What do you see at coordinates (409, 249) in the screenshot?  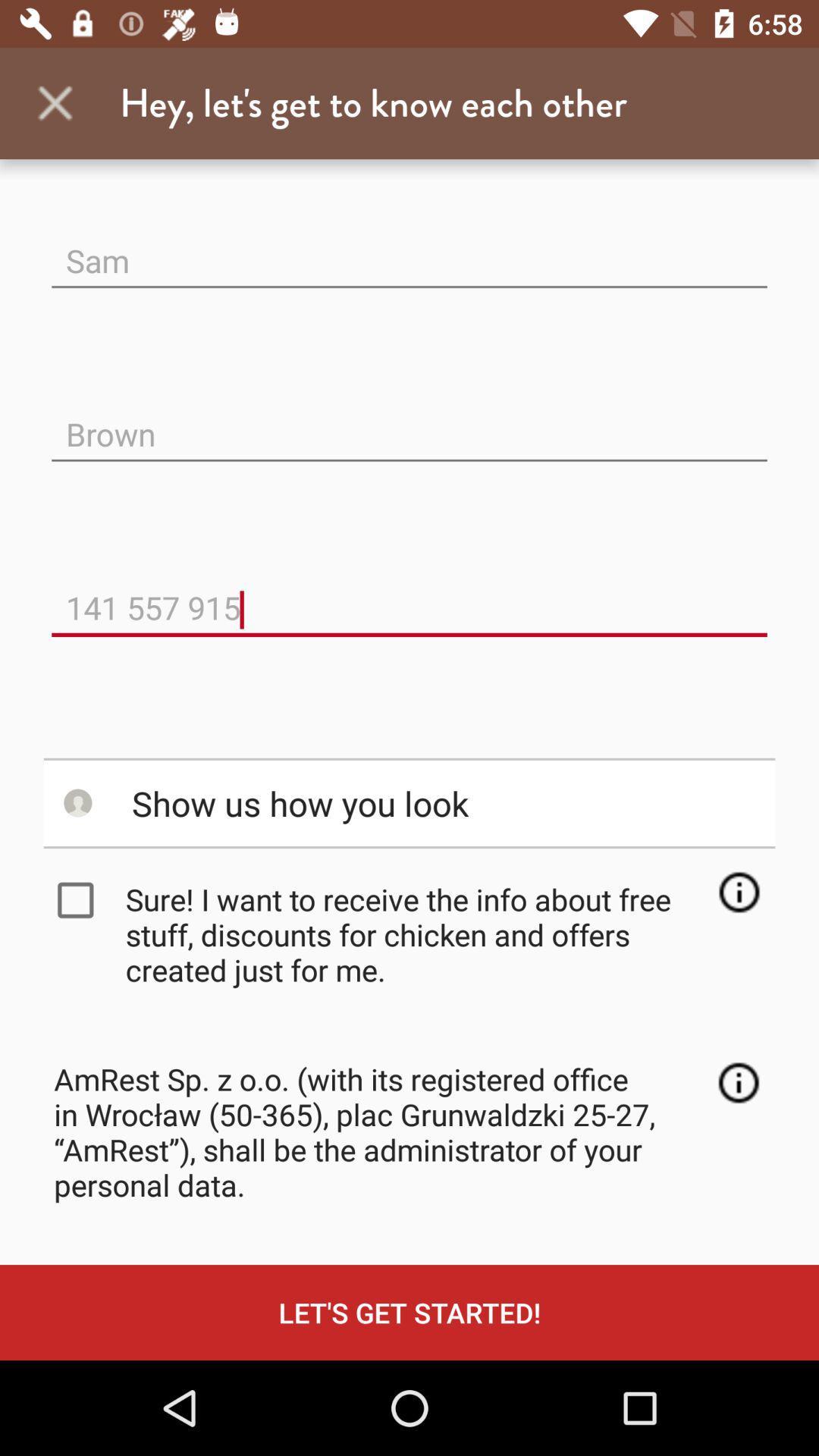 I see `sam item` at bounding box center [409, 249].